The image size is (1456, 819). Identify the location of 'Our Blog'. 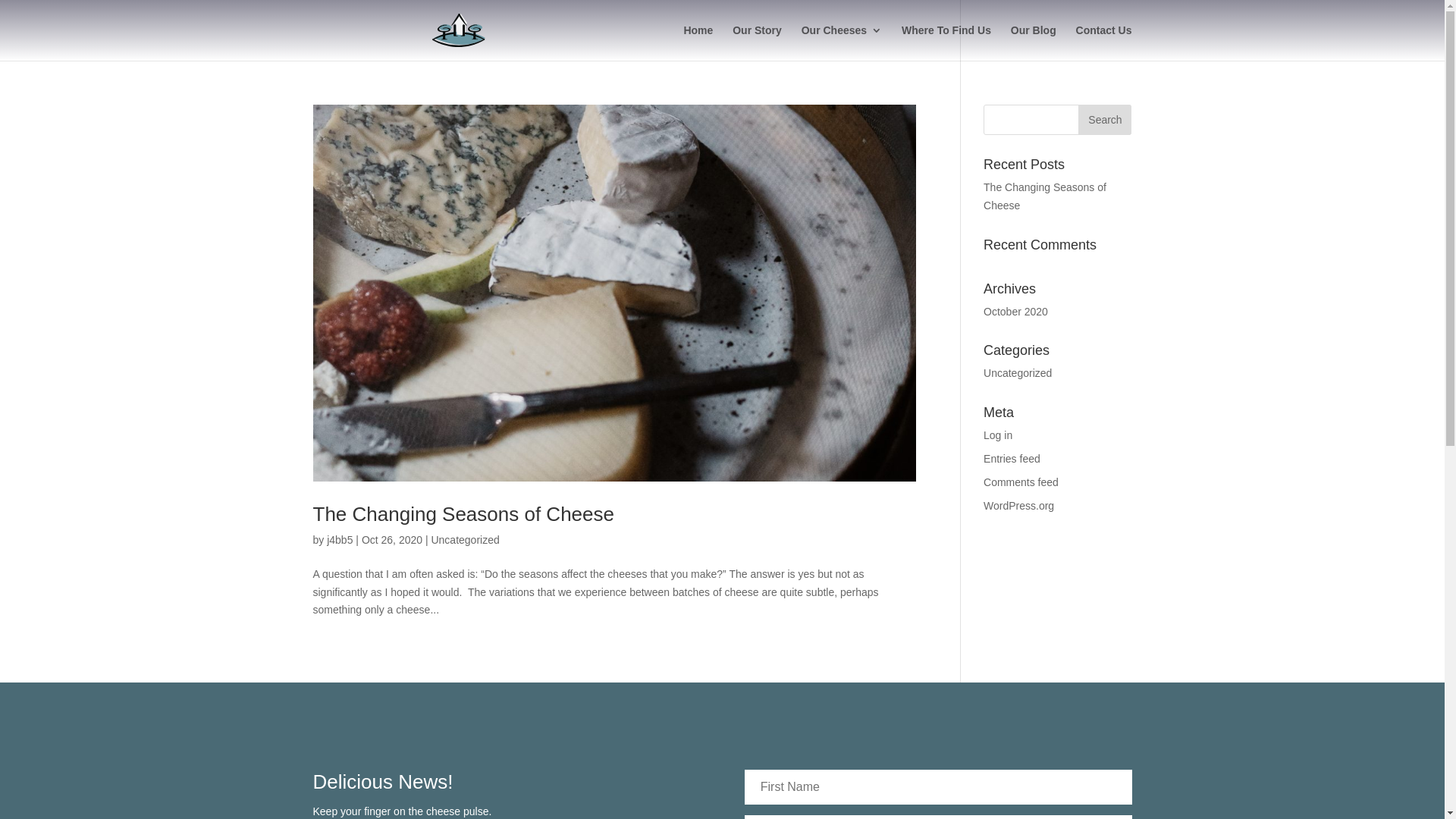
(1033, 42).